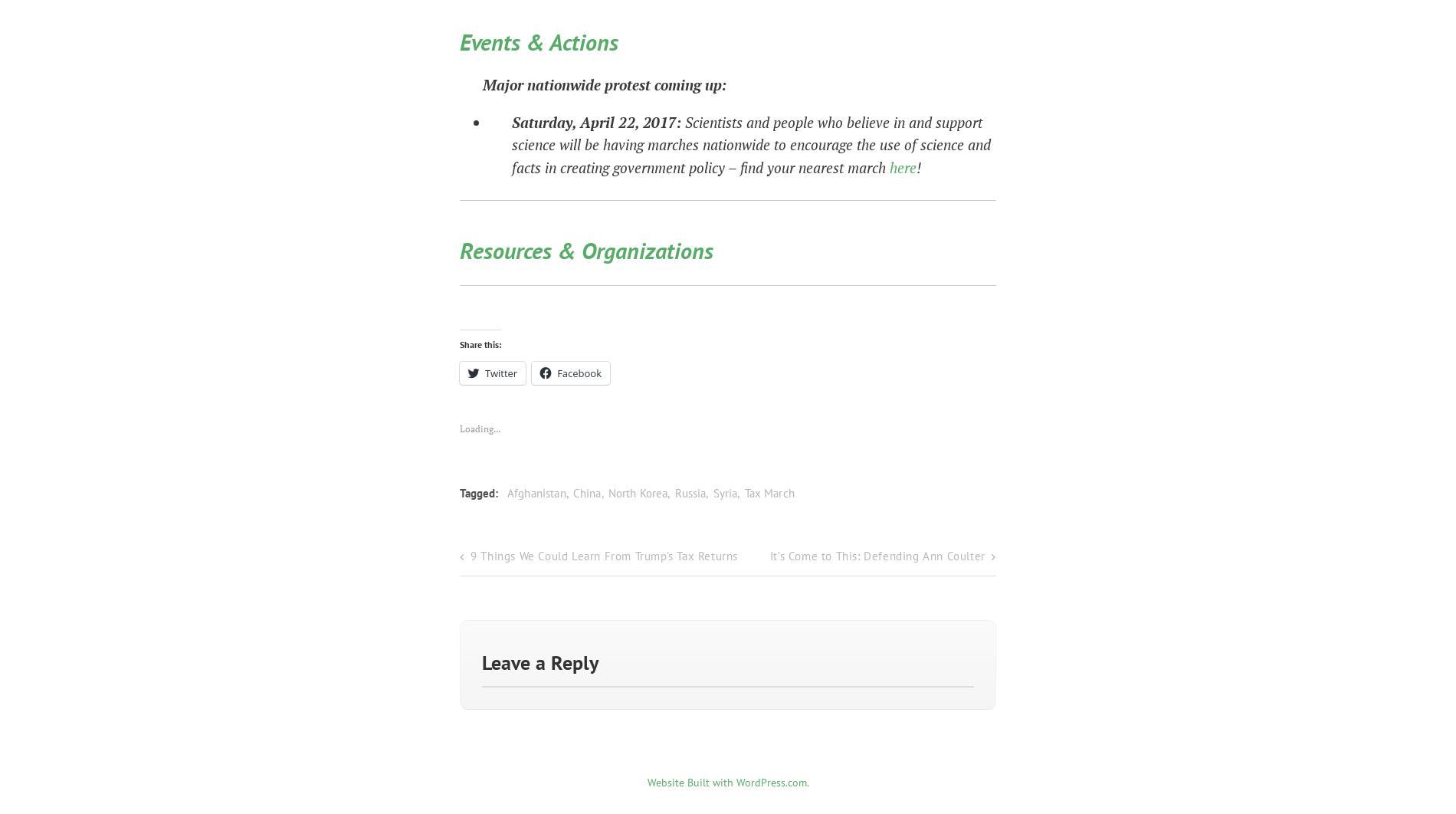 This screenshot has height=814, width=1456. What do you see at coordinates (689, 488) in the screenshot?
I see `'Russia'` at bounding box center [689, 488].